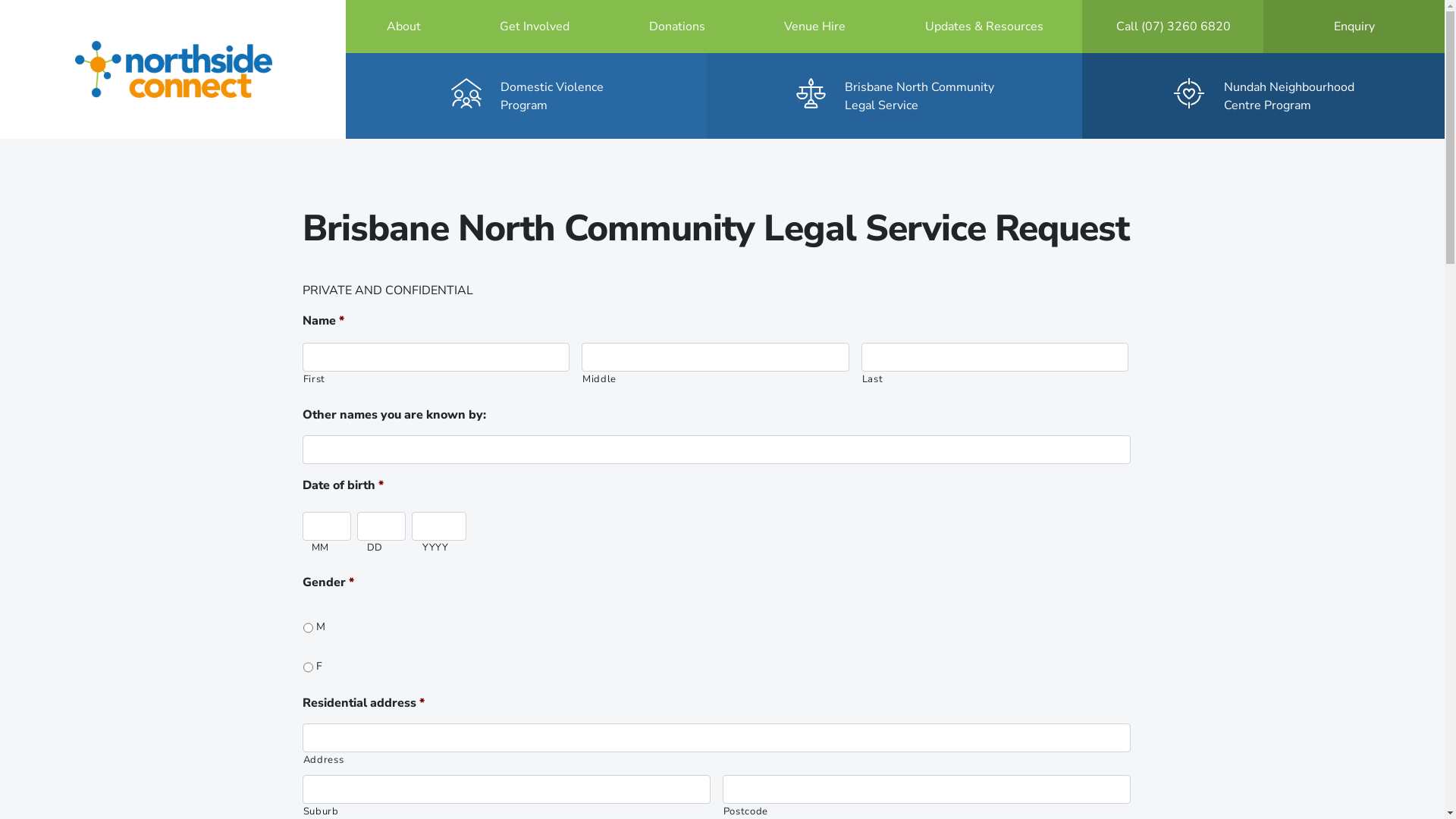 The width and height of the screenshot is (1456, 819). Describe the element at coordinates (535, 26) in the screenshot. I see `'Get Involved'` at that location.